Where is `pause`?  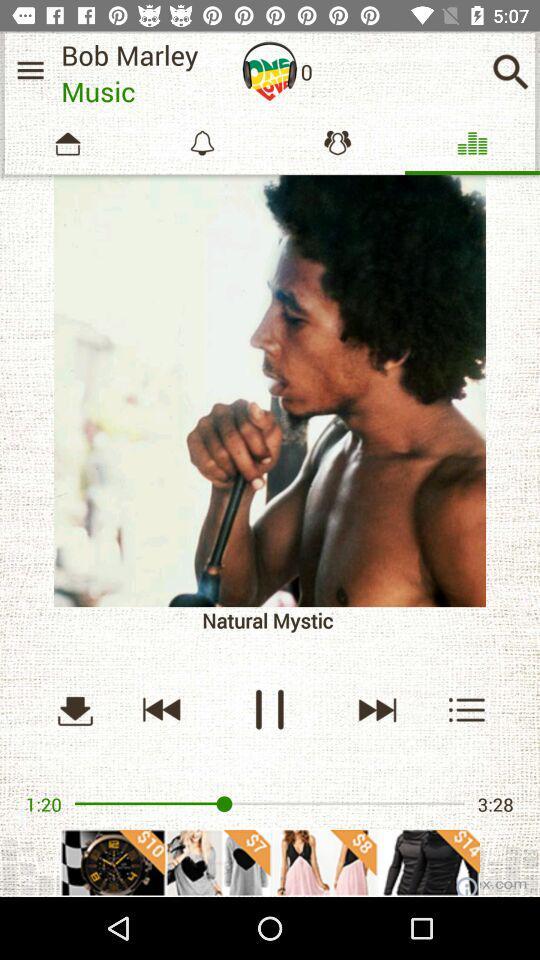
pause is located at coordinates (269, 709).